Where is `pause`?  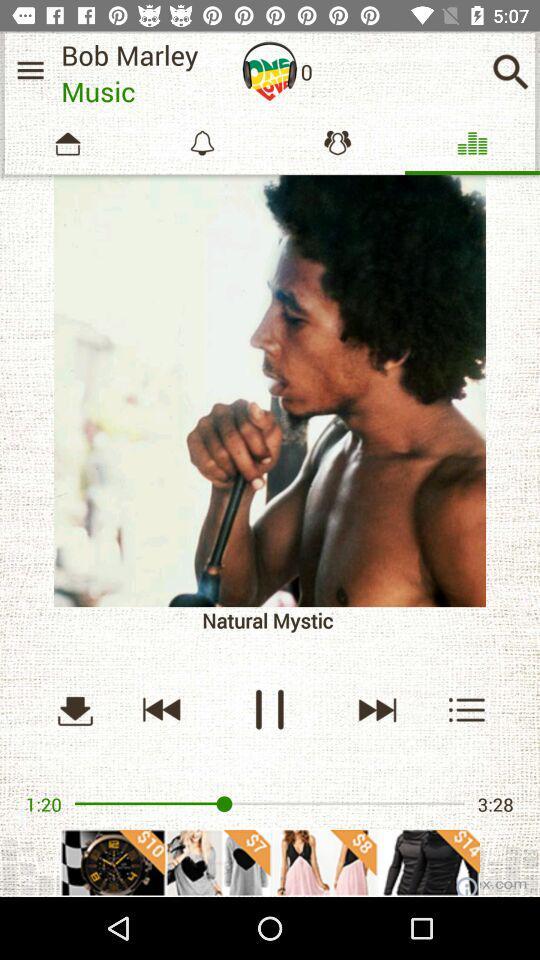
pause is located at coordinates (269, 709).